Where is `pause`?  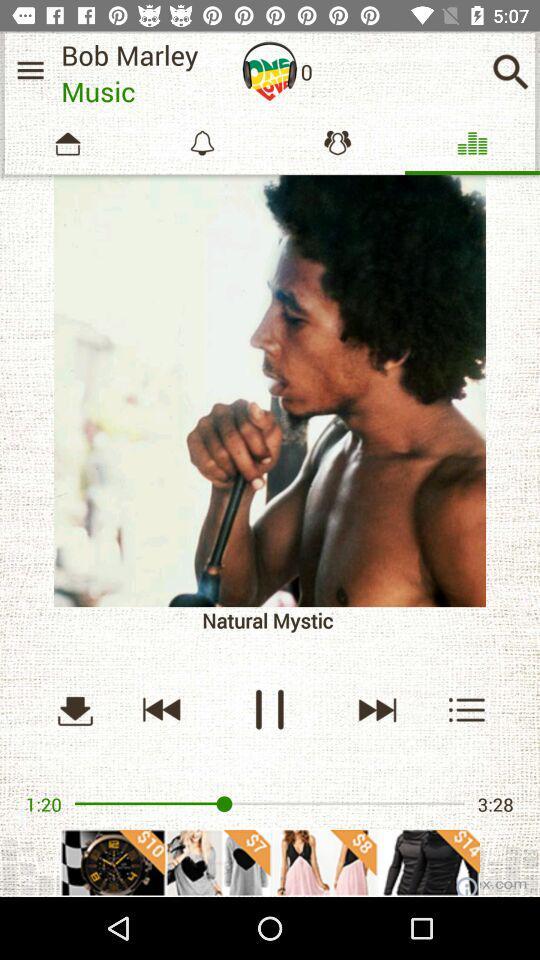
pause is located at coordinates (269, 709).